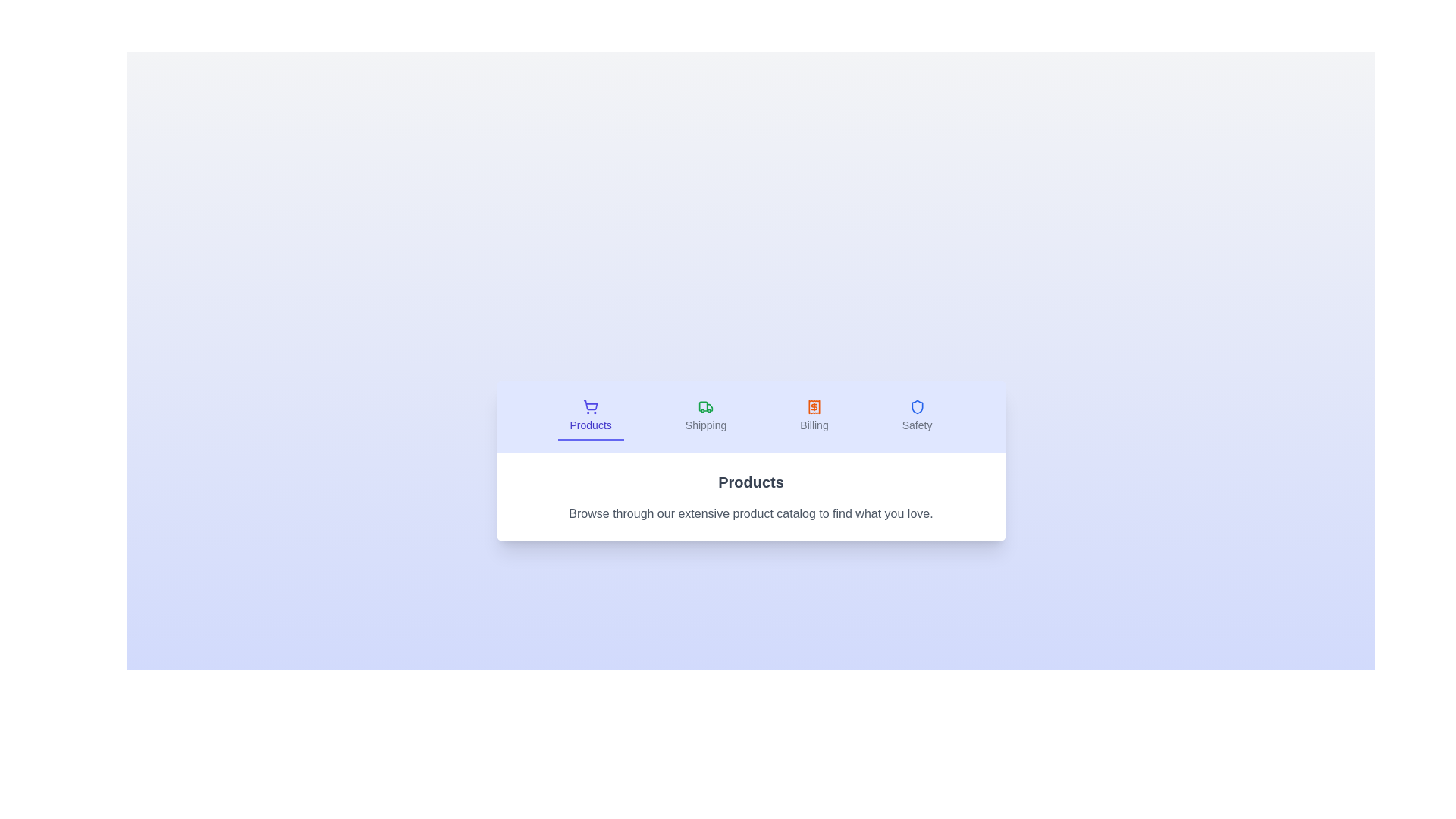  What do you see at coordinates (814, 417) in the screenshot?
I see `the Billing tab to switch to its content` at bounding box center [814, 417].